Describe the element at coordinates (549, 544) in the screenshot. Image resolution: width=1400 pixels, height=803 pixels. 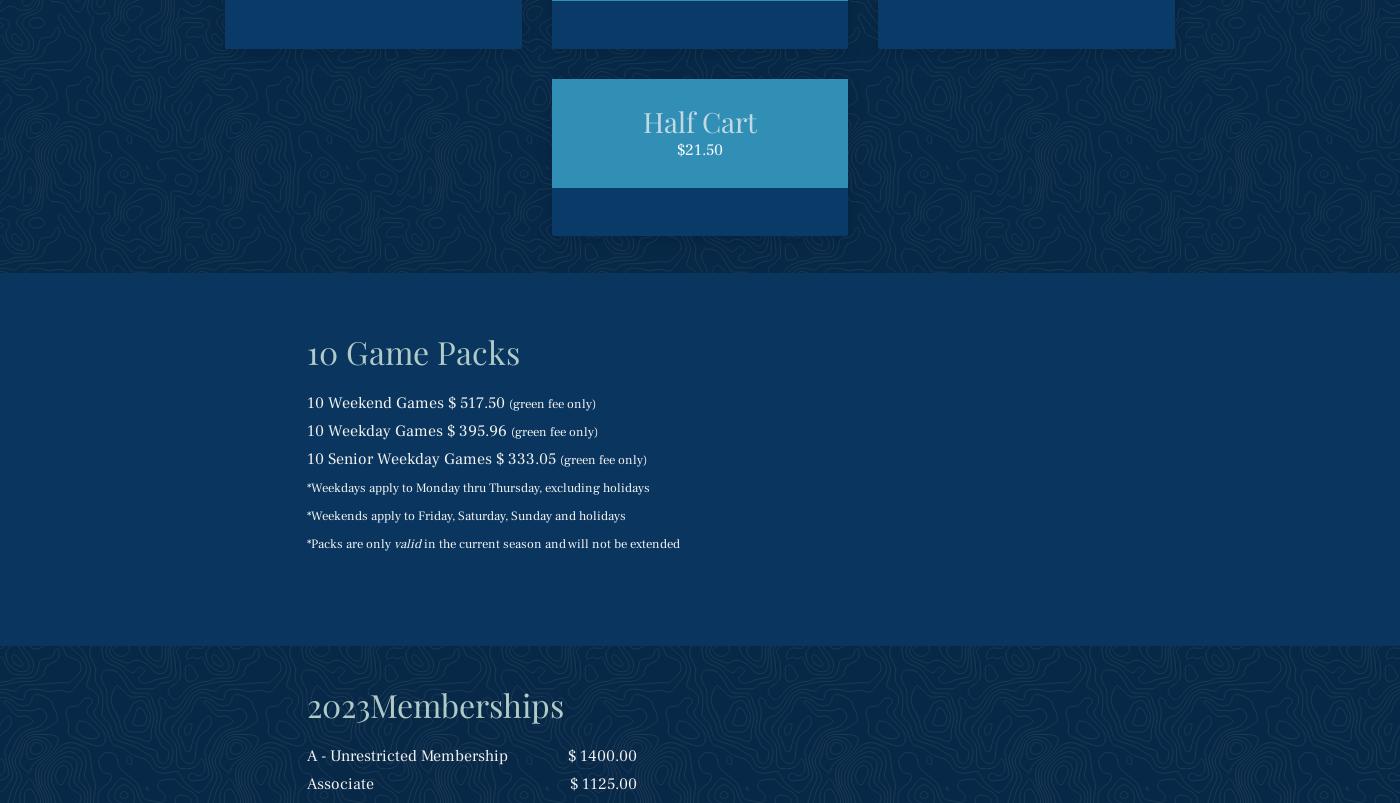
I see `'in the current season and will not be extended'` at that location.